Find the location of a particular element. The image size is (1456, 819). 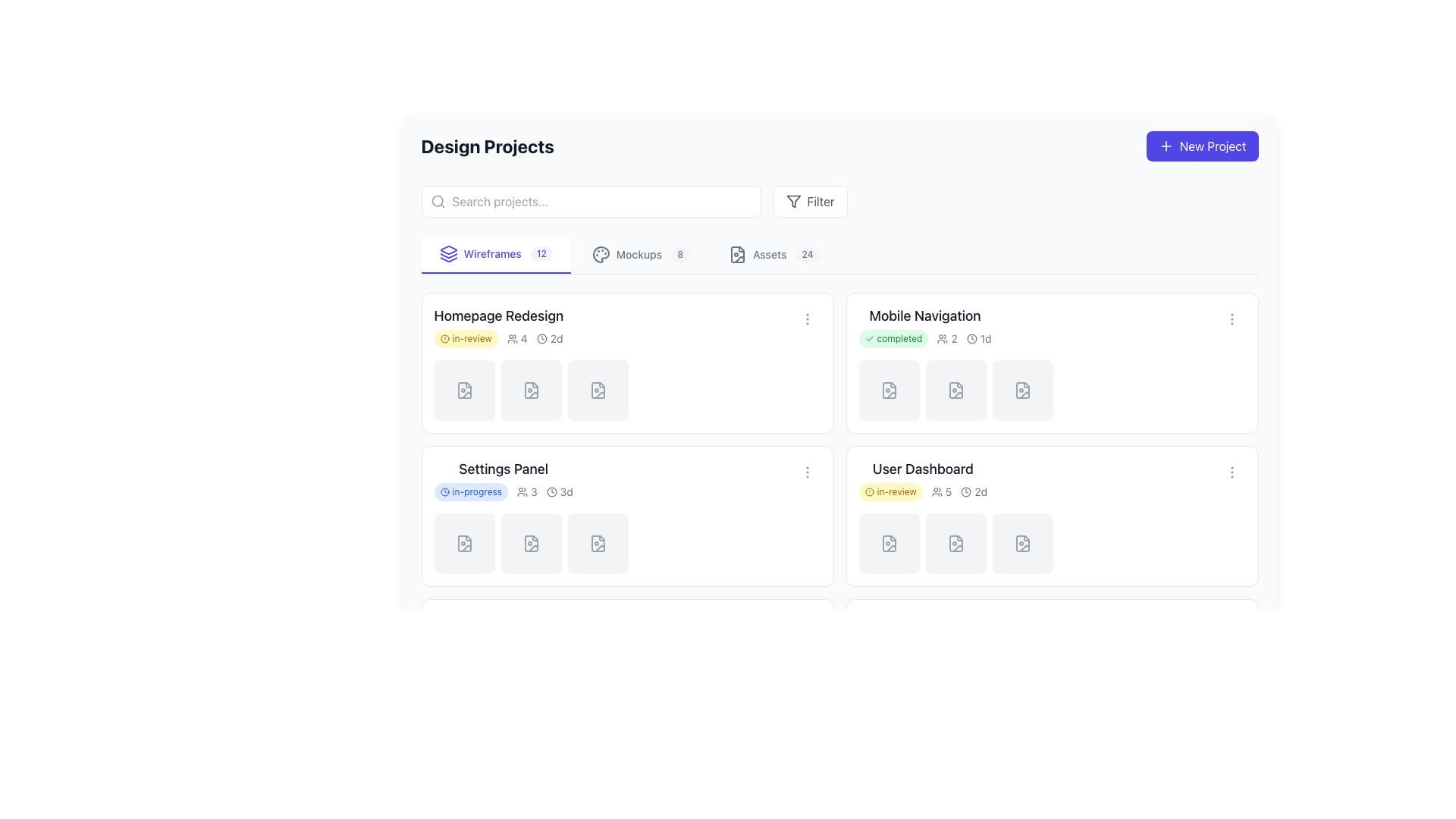

informational label indicating the number of contributors associated with the 'Settings Panel' project, located right of the 'in-progress' label is located at coordinates (527, 491).